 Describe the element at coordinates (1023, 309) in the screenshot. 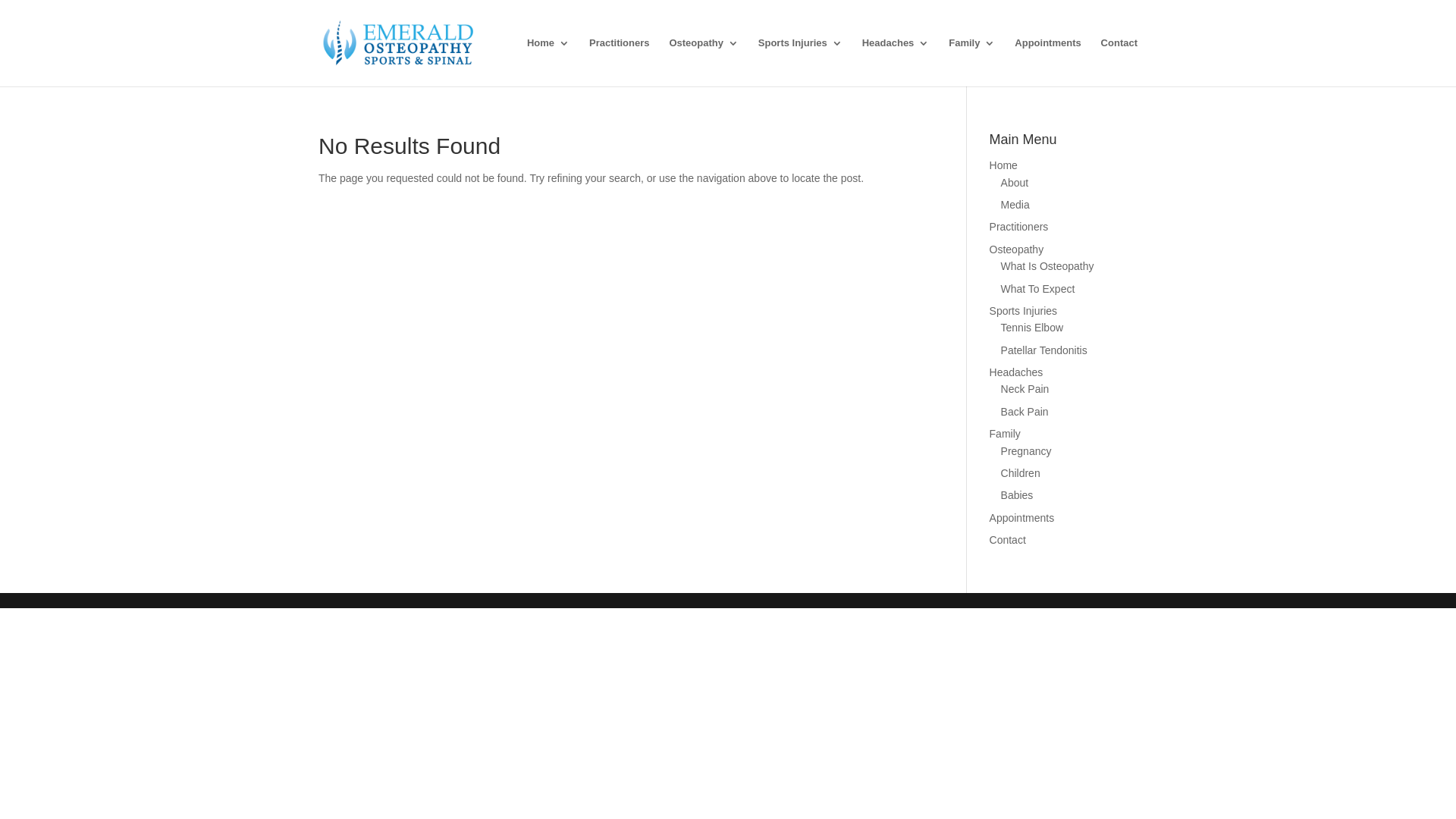

I see `'Sports Injuries'` at that location.